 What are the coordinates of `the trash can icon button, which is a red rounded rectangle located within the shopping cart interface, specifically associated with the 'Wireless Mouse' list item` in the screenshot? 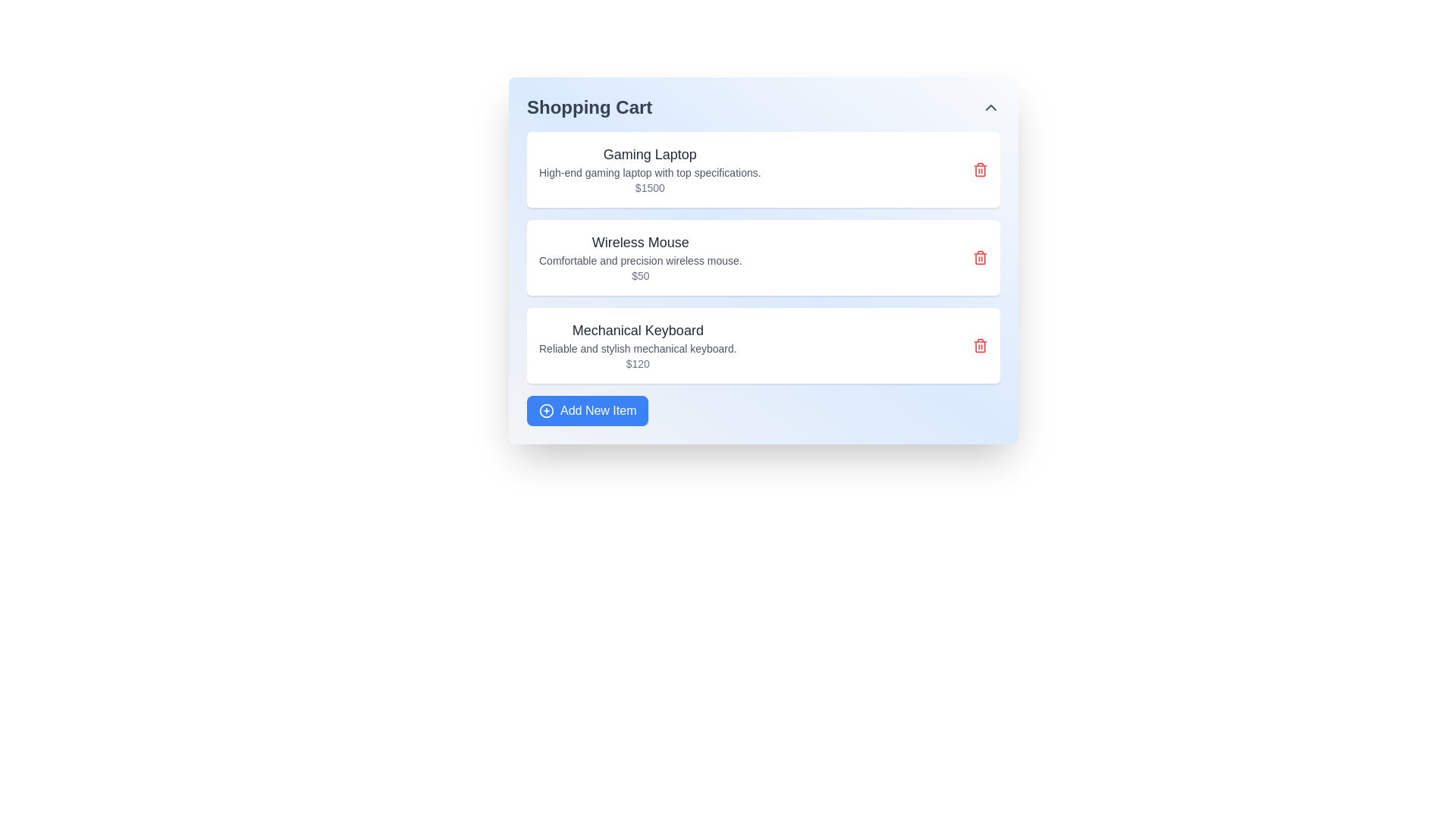 It's located at (980, 257).